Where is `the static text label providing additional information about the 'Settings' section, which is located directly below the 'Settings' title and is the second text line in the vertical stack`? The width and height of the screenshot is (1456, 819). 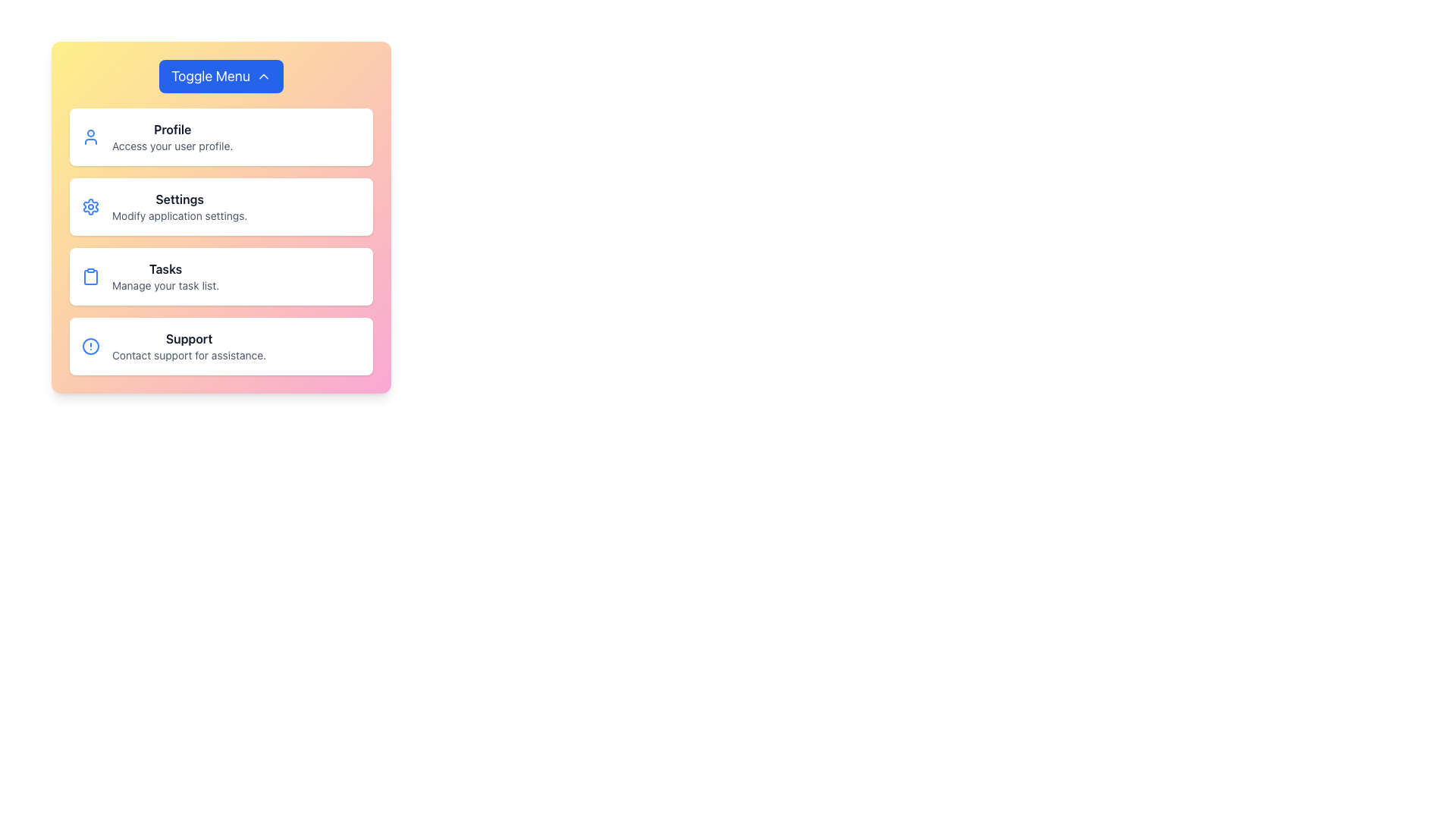
the static text label providing additional information about the 'Settings' section, which is located directly below the 'Settings' title and is the second text line in the vertical stack is located at coordinates (180, 216).